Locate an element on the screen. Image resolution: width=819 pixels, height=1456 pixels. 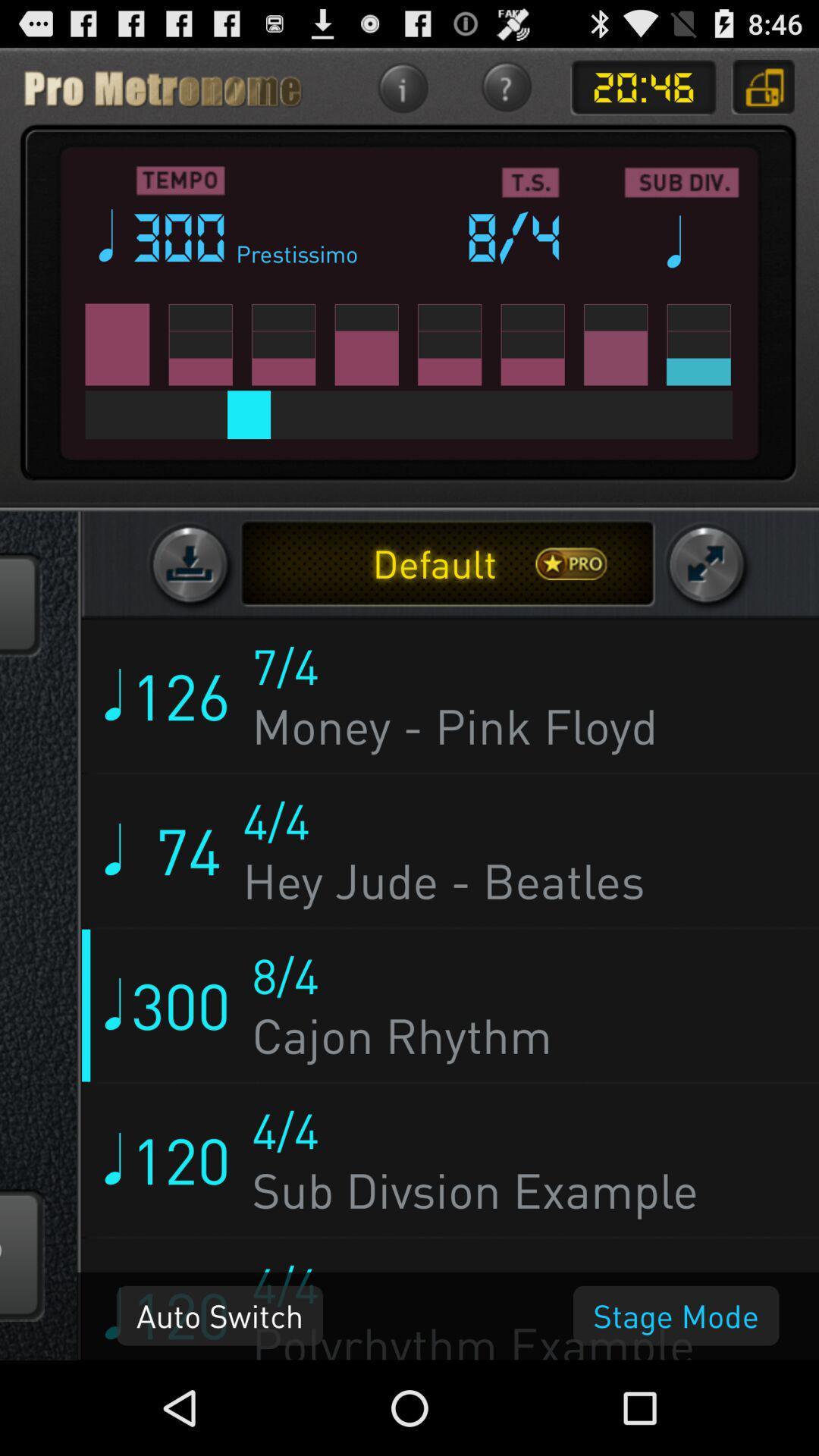
the help icon is located at coordinates (506, 93).